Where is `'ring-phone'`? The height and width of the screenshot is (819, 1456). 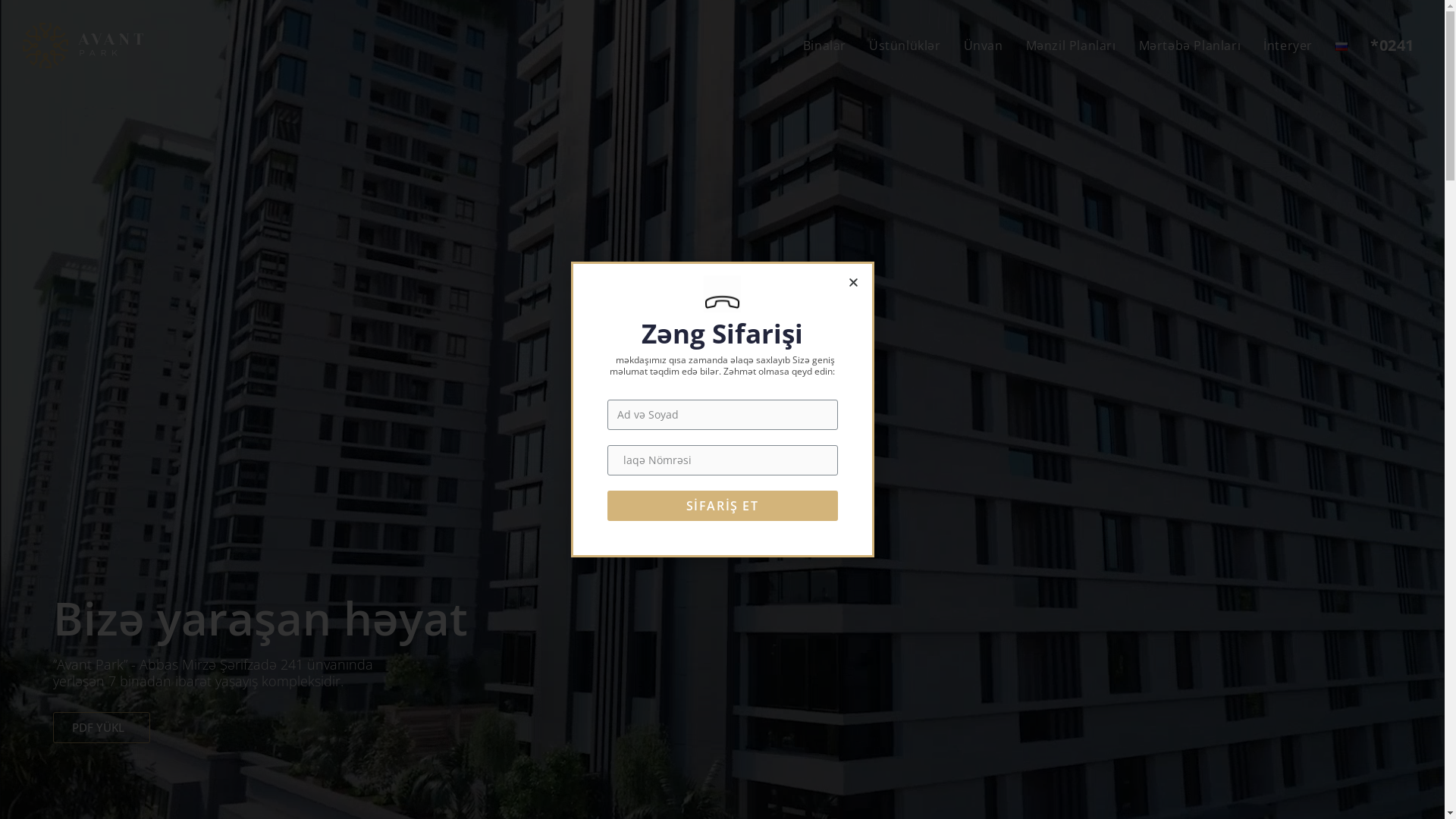
'ring-phone' is located at coordinates (721, 293).